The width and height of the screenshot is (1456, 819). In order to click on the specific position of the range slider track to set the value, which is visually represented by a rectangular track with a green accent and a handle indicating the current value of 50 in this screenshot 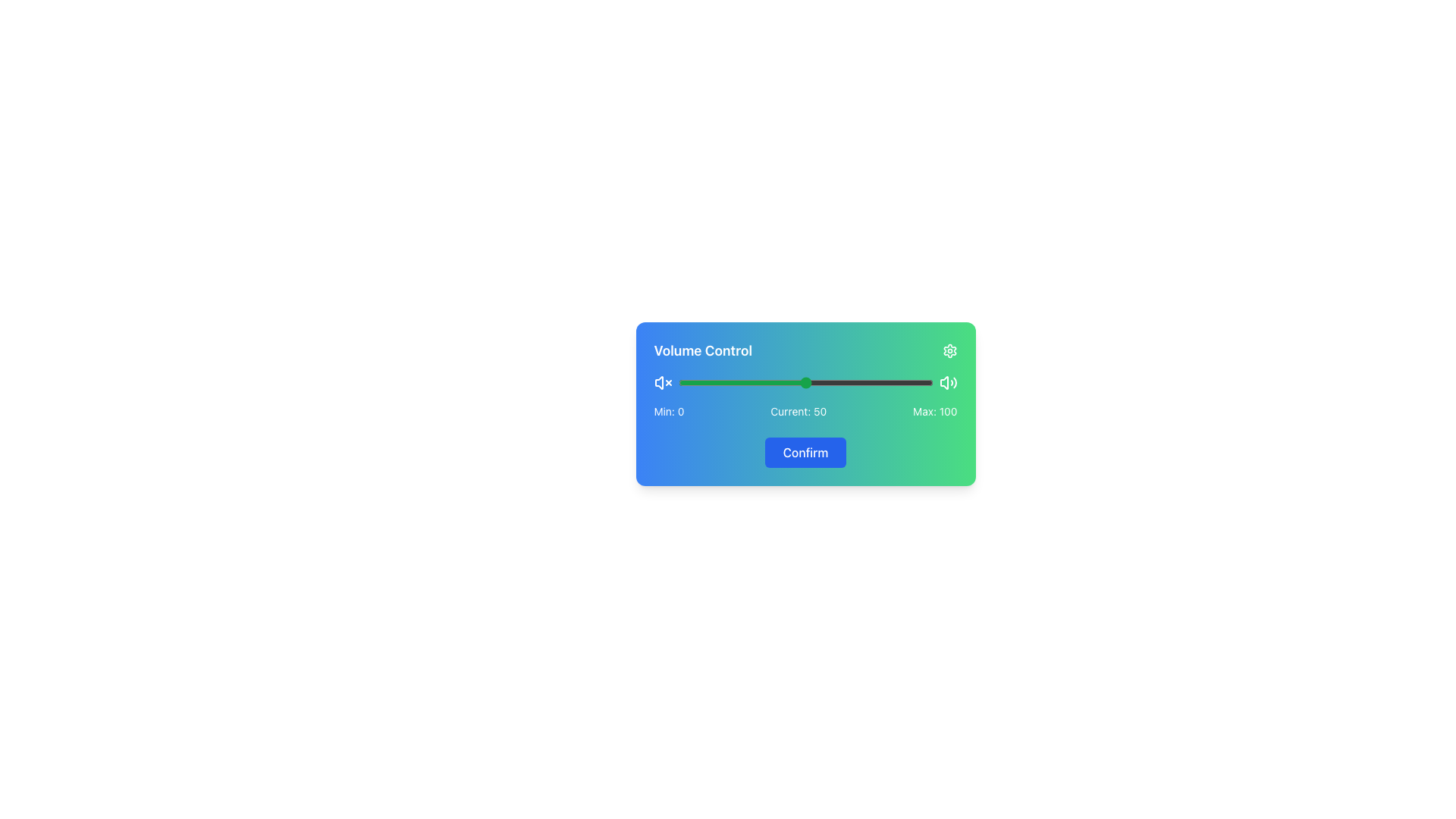, I will do `click(805, 382)`.